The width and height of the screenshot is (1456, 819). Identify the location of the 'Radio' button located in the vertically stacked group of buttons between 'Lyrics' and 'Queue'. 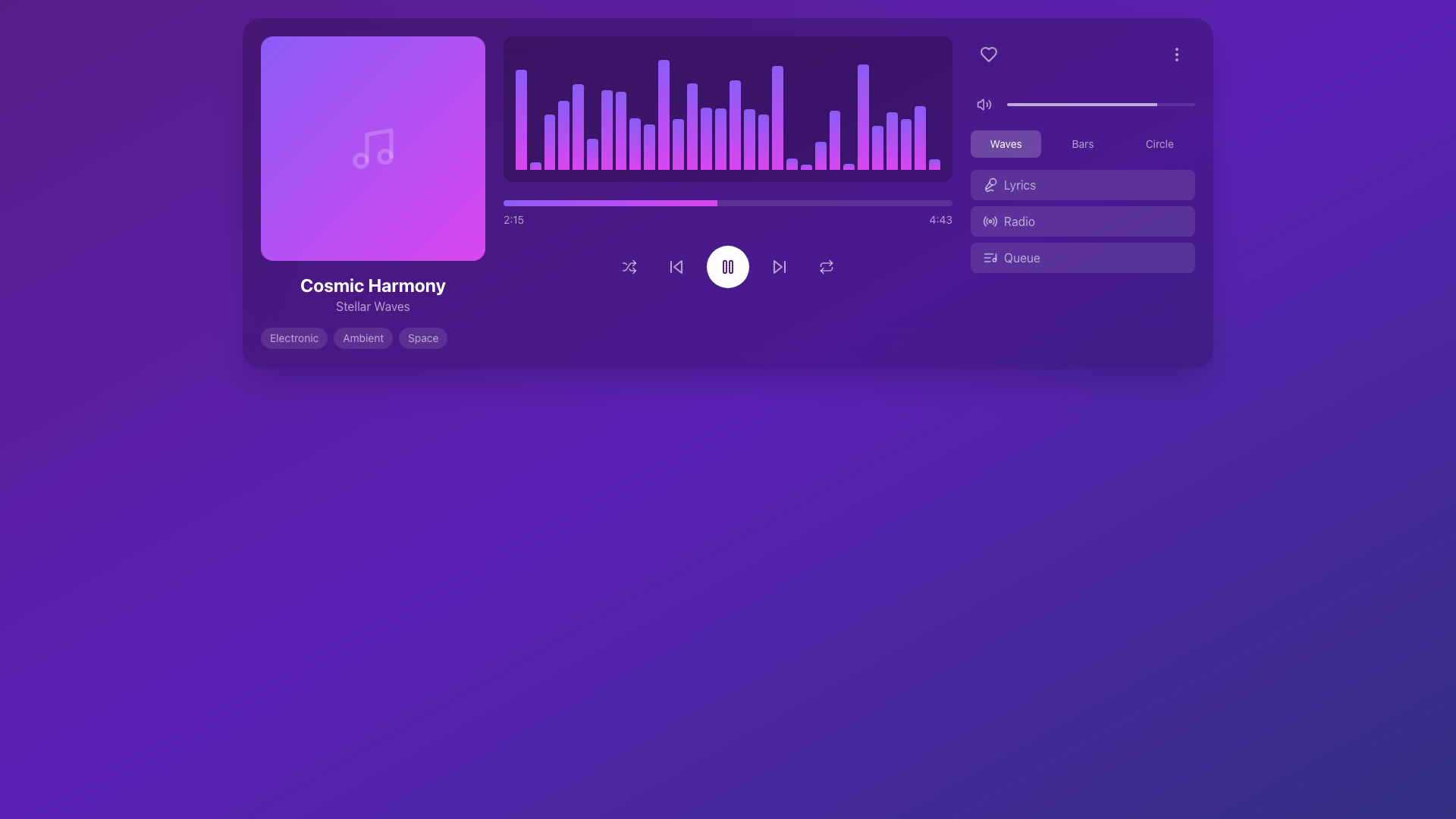
(1082, 221).